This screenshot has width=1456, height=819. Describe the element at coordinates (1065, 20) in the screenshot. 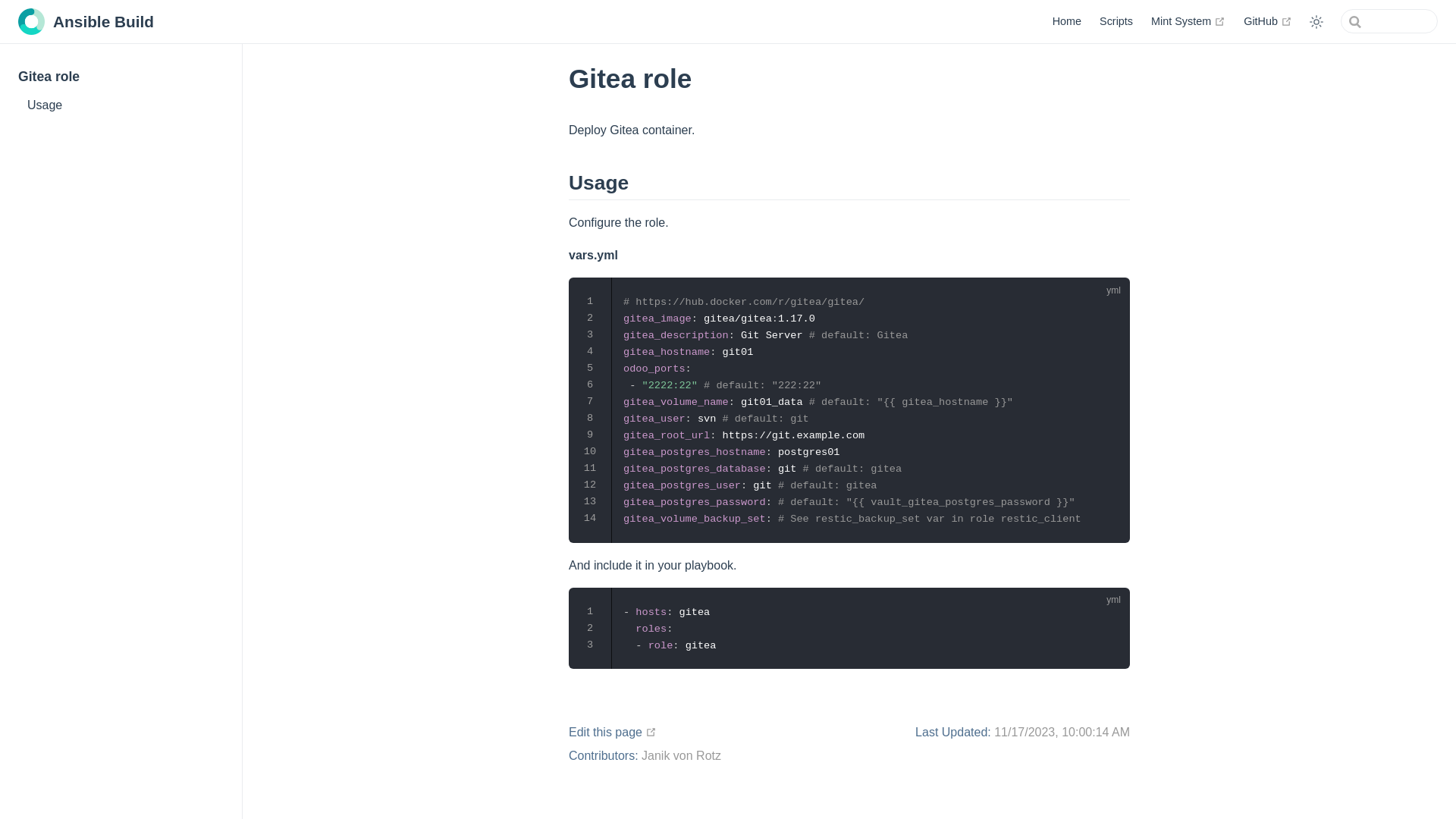

I see `'Home'` at that location.